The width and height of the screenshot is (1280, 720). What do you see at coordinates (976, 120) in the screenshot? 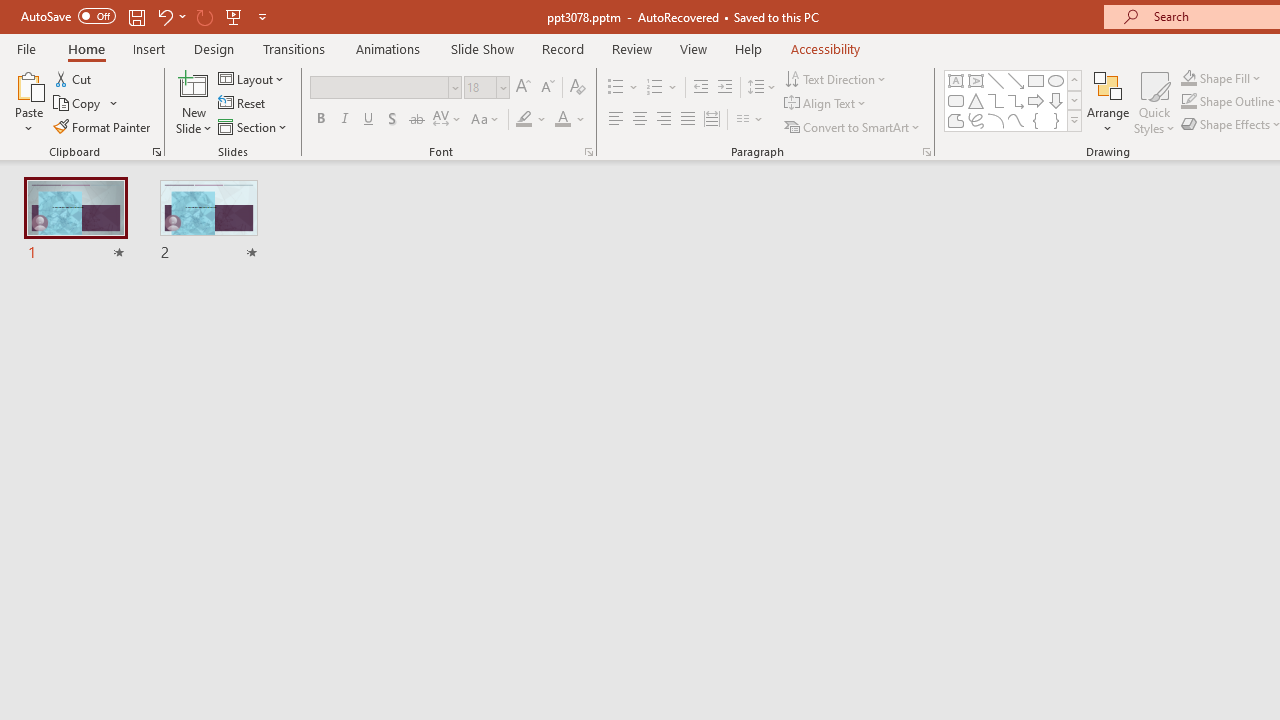
I see `'Freeform: Scribble'` at bounding box center [976, 120].